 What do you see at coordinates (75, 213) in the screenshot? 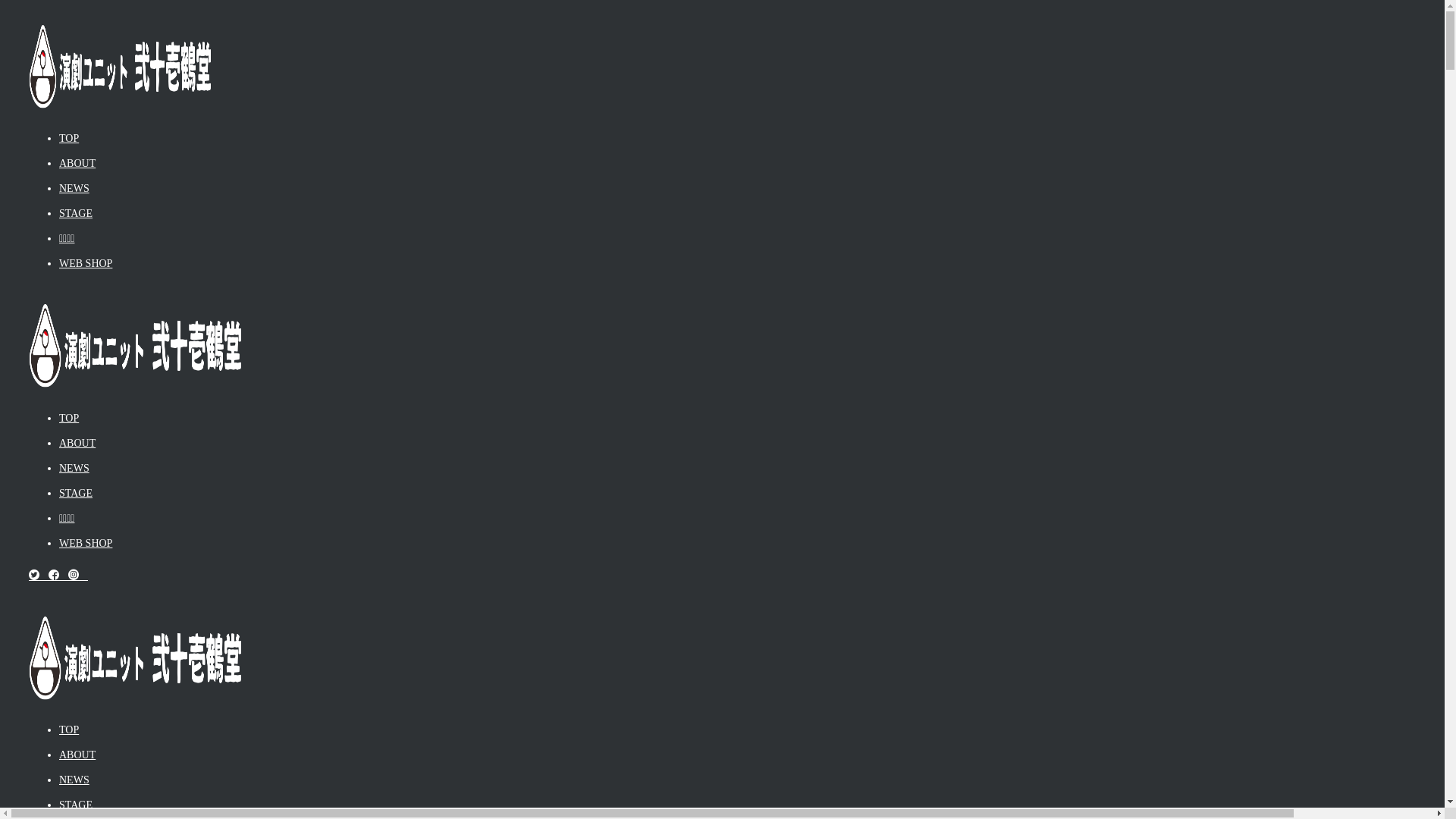
I see `'STAGE'` at bounding box center [75, 213].